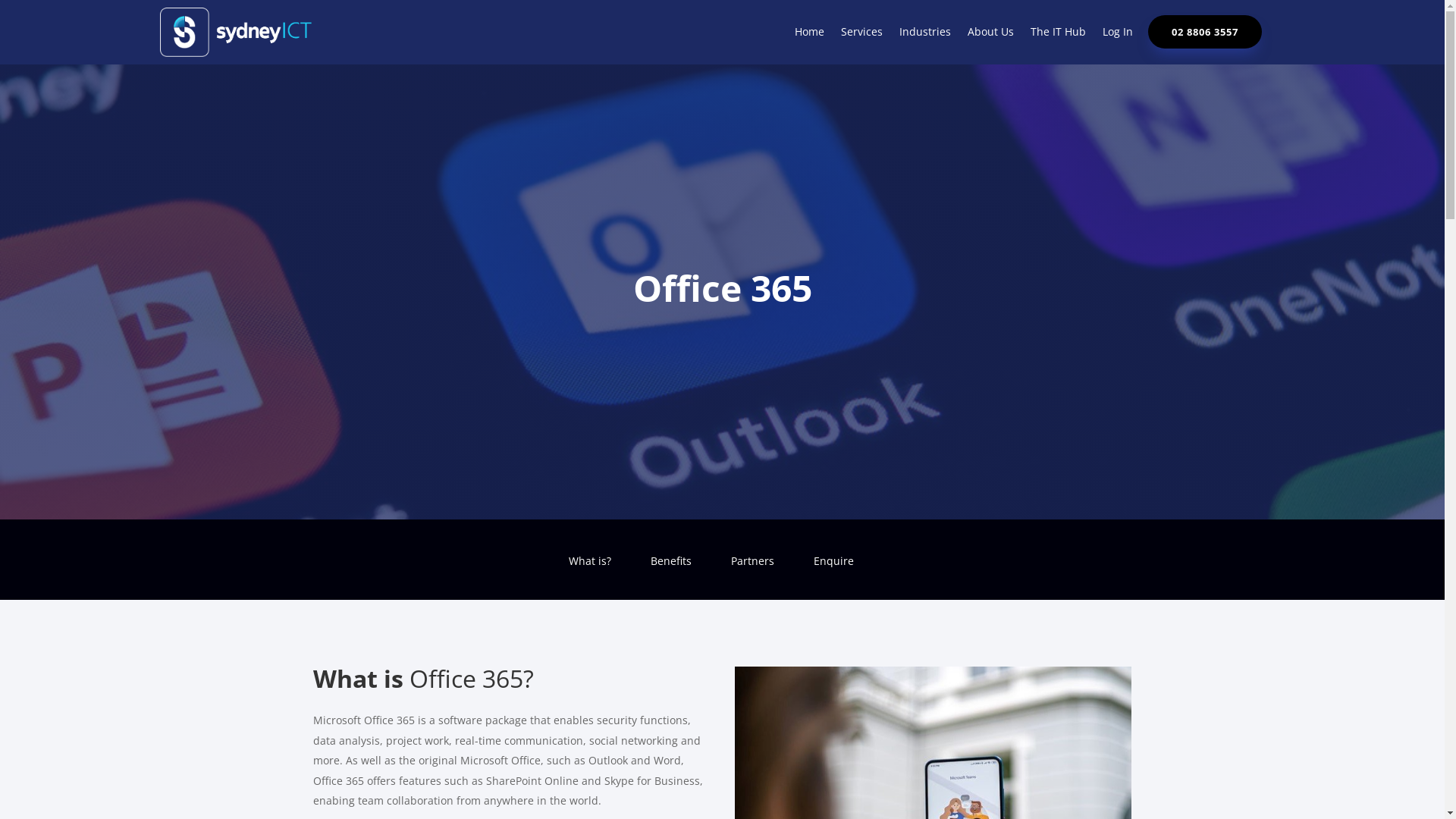 The image size is (1456, 819). Describe the element at coordinates (839, 34) in the screenshot. I see `'Services'` at that location.